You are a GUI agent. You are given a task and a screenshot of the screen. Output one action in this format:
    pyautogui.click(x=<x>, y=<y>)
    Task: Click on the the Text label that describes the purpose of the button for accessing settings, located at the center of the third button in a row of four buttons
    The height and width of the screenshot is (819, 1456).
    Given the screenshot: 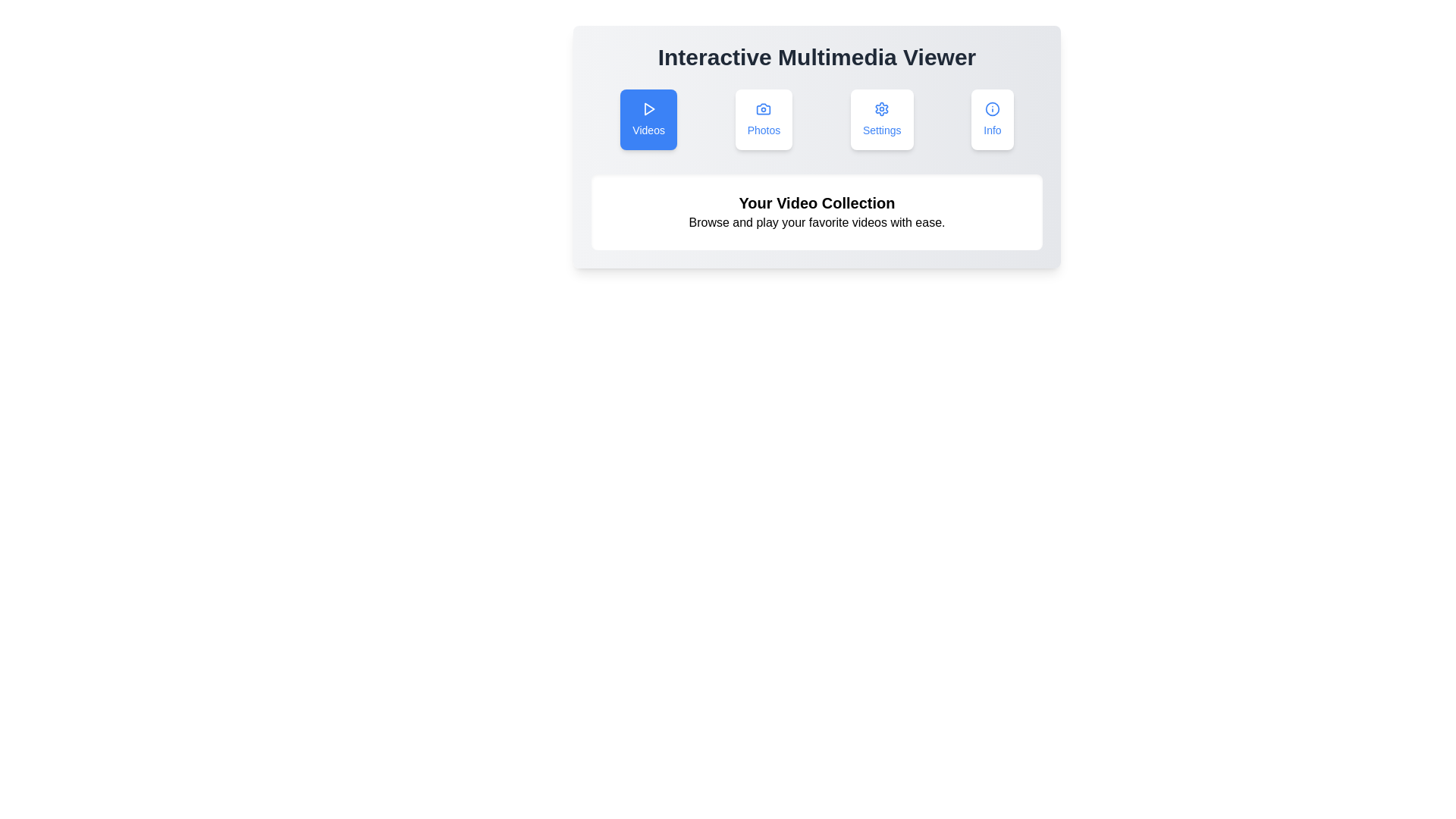 What is the action you would take?
    pyautogui.click(x=882, y=130)
    